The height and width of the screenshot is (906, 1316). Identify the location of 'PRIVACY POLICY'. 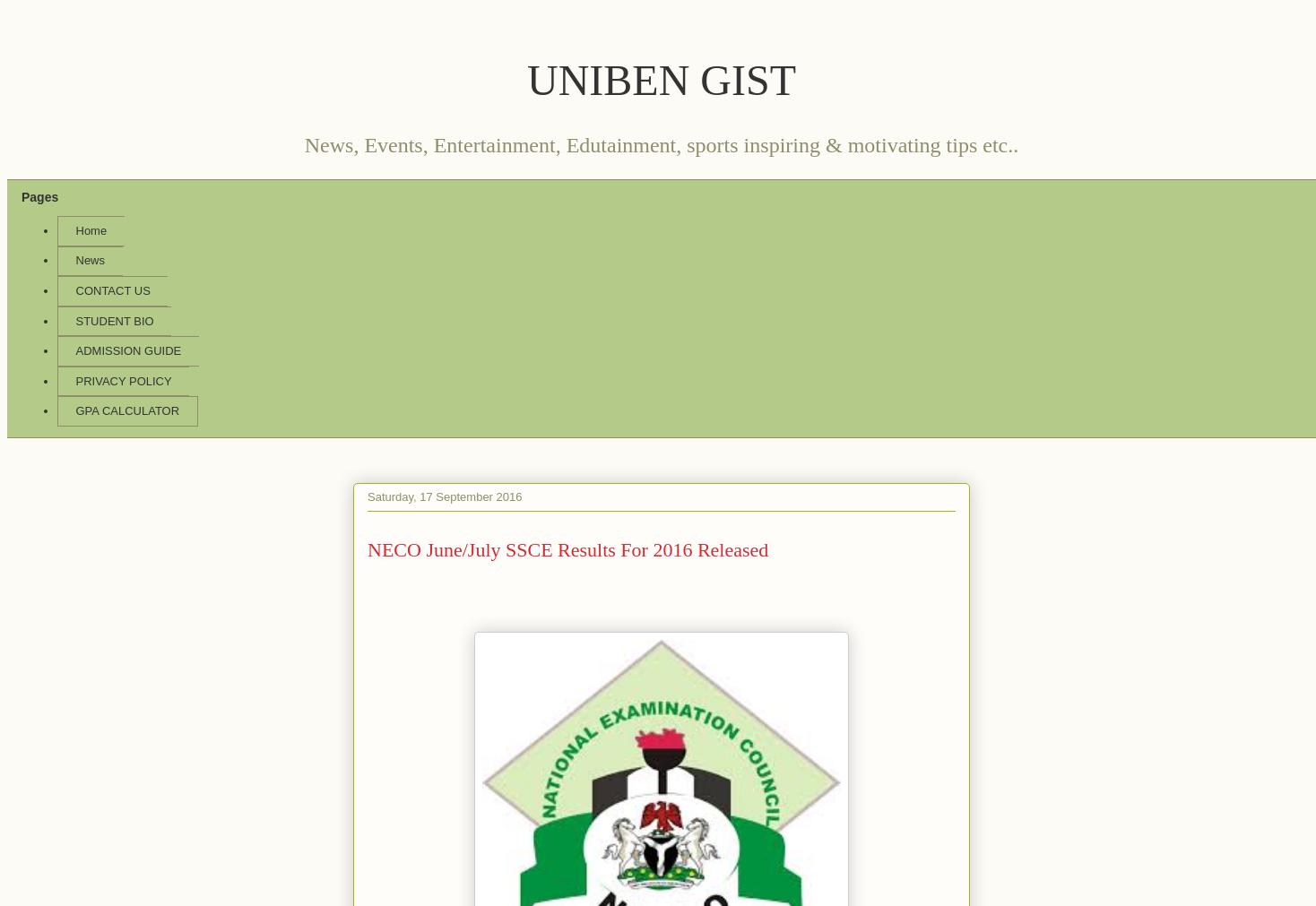
(122, 379).